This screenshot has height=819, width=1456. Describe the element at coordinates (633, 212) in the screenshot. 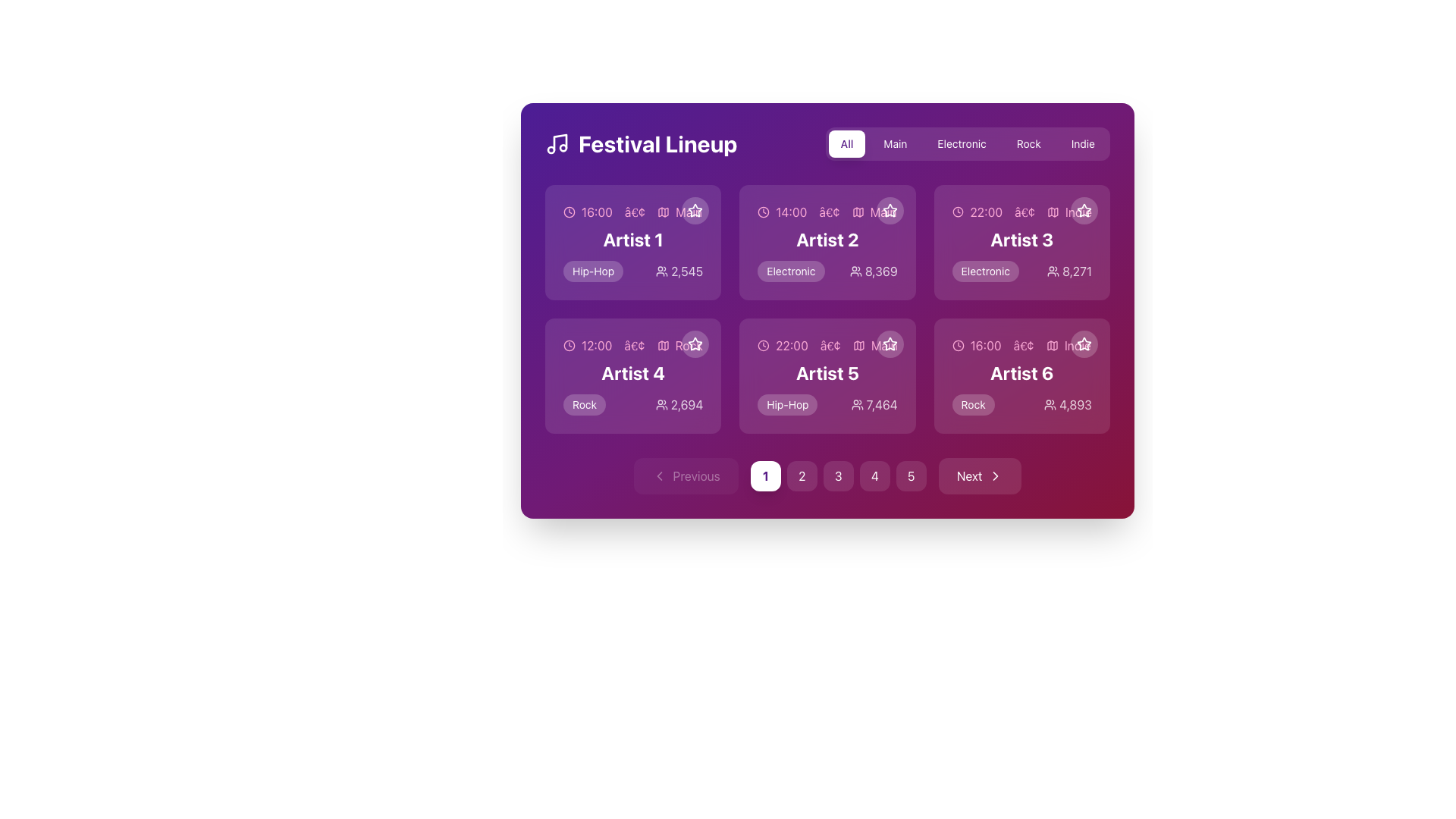

I see `text displayed in the Label with icon and text, which is the first line within the card for 'Artist 1', located in the top-left corner of the grid display` at that location.